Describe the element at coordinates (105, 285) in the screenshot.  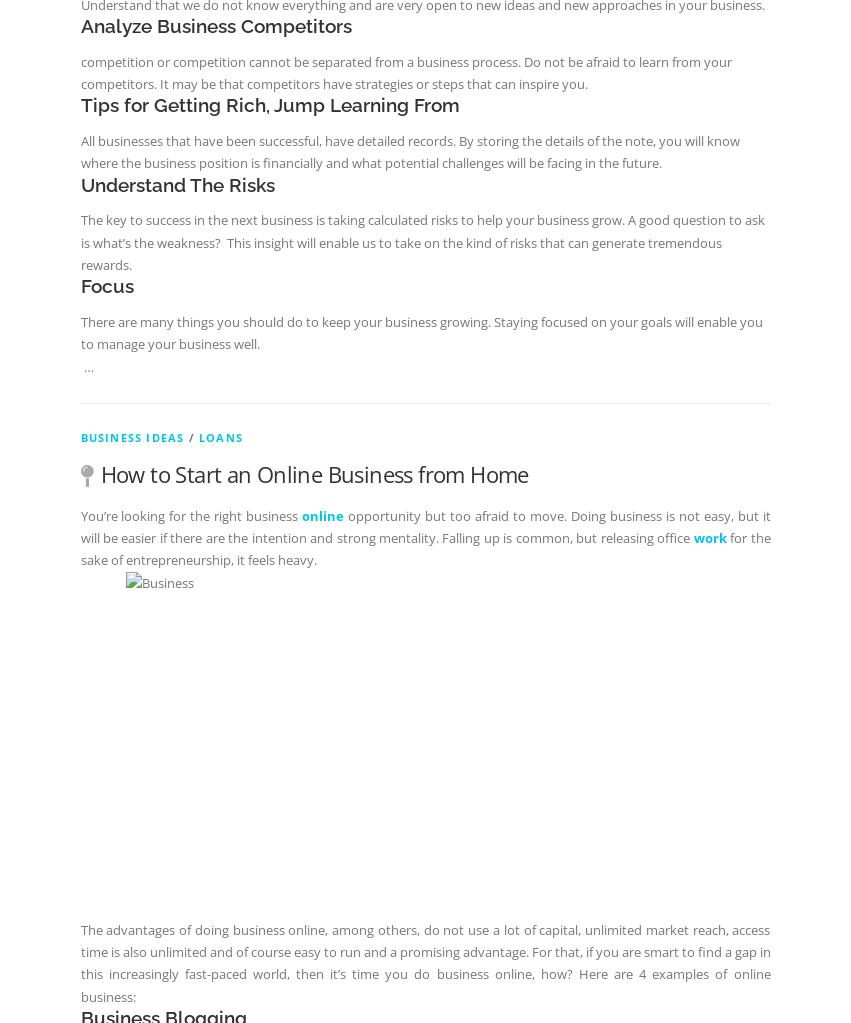
I see `'Focus'` at that location.